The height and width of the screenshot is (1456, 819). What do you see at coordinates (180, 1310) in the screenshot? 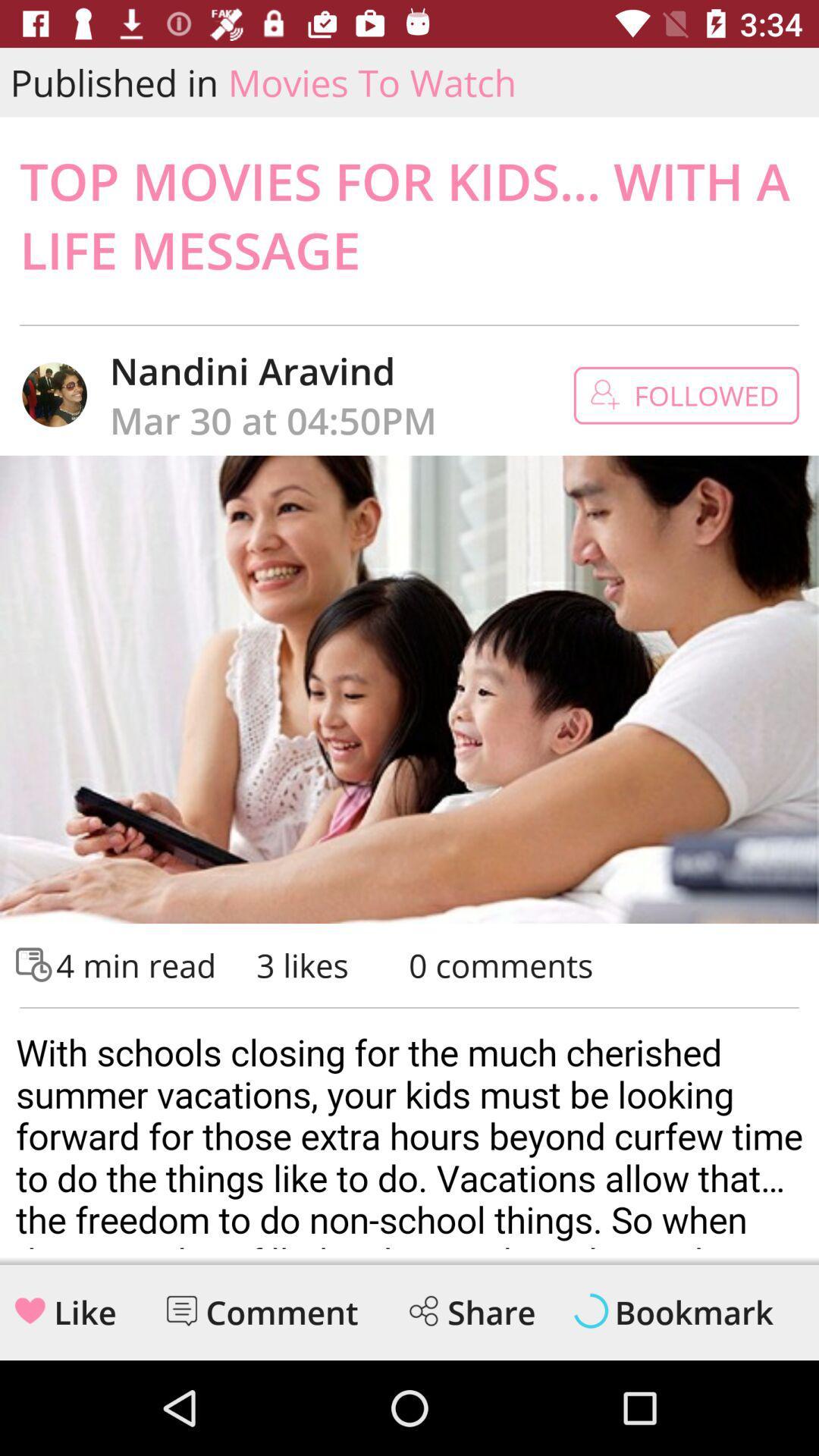
I see `comment` at bounding box center [180, 1310].